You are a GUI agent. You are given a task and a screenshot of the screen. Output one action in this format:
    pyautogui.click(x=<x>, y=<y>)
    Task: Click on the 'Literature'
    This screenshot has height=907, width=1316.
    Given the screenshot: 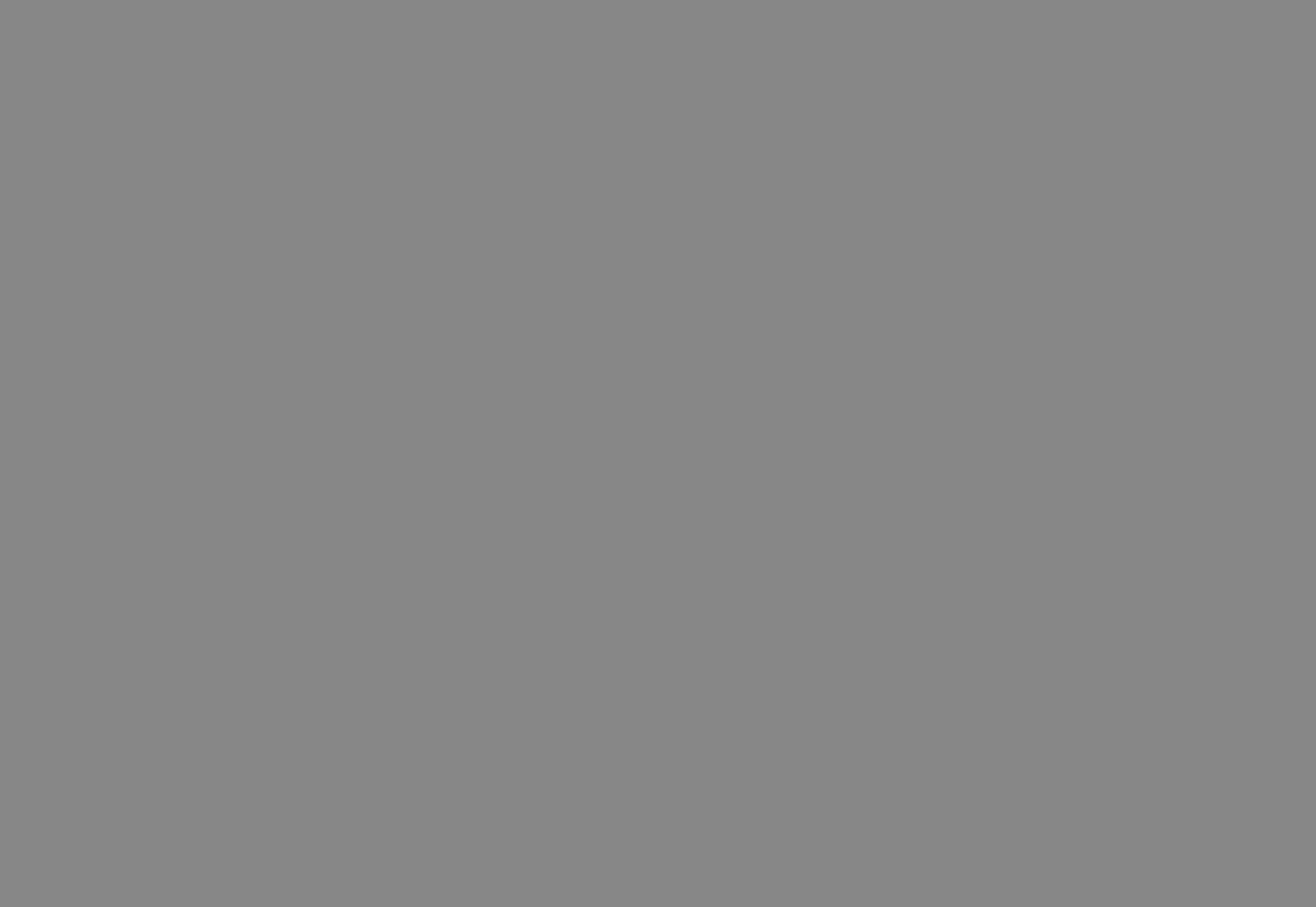 What is the action you would take?
    pyautogui.click(x=168, y=379)
    